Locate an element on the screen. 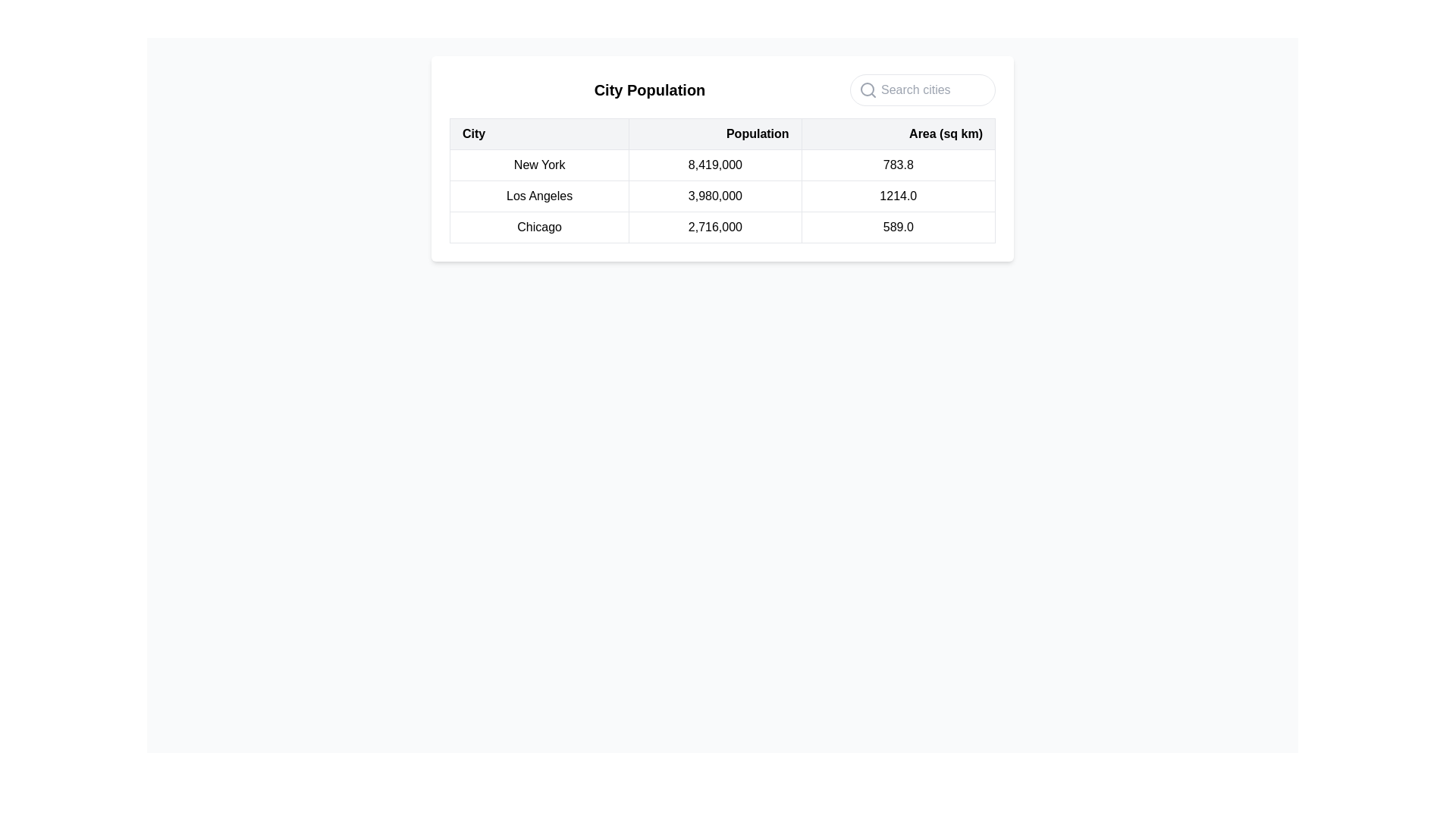 Image resolution: width=1456 pixels, height=819 pixels. the static text label indicating the name of the city, which is located in the first column of the second row in the 'City Population' table, positioned between 'New York' and 'Chicago' is located at coordinates (539, 195).